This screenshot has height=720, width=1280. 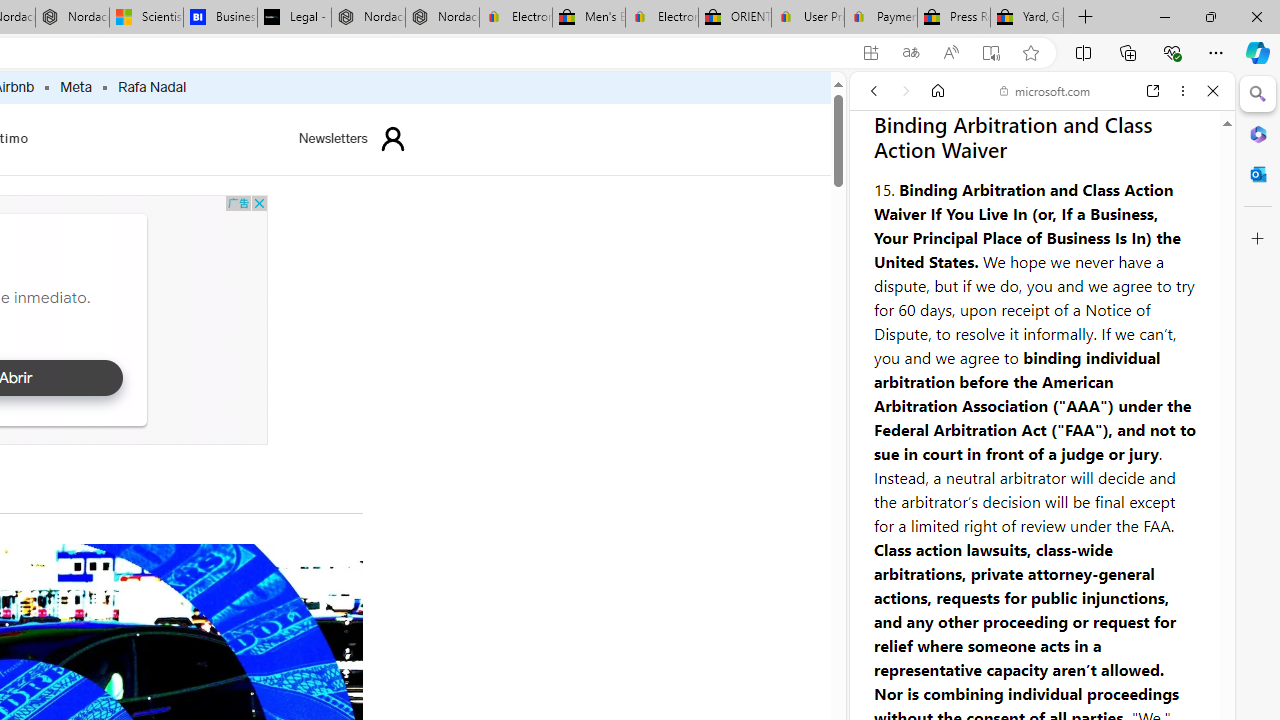 What do you see at coordinates (151, 87) in the screenshot?
I see `'Rafa Nadal'` at bounding box center [151, 87].